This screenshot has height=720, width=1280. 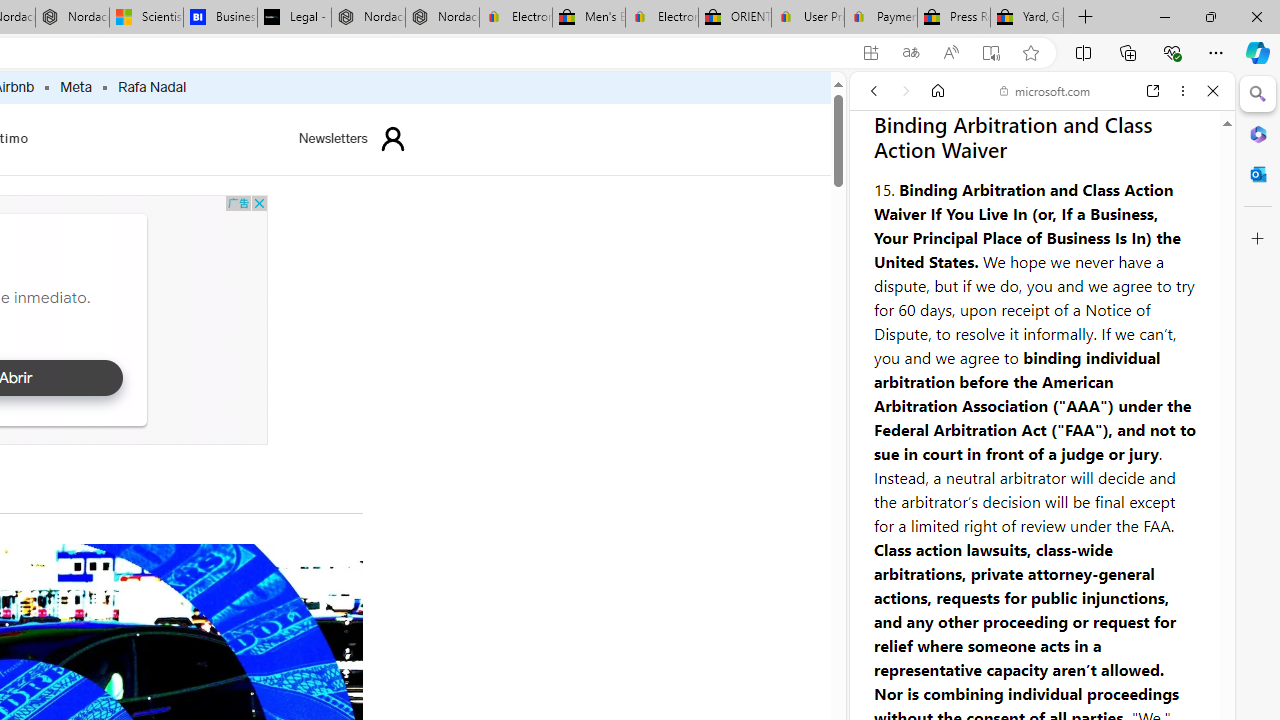 What do you see at coordinates (151, 87) in the screenshot?
I see `'Rafa Nadal'` at bounding box center [151, 87].